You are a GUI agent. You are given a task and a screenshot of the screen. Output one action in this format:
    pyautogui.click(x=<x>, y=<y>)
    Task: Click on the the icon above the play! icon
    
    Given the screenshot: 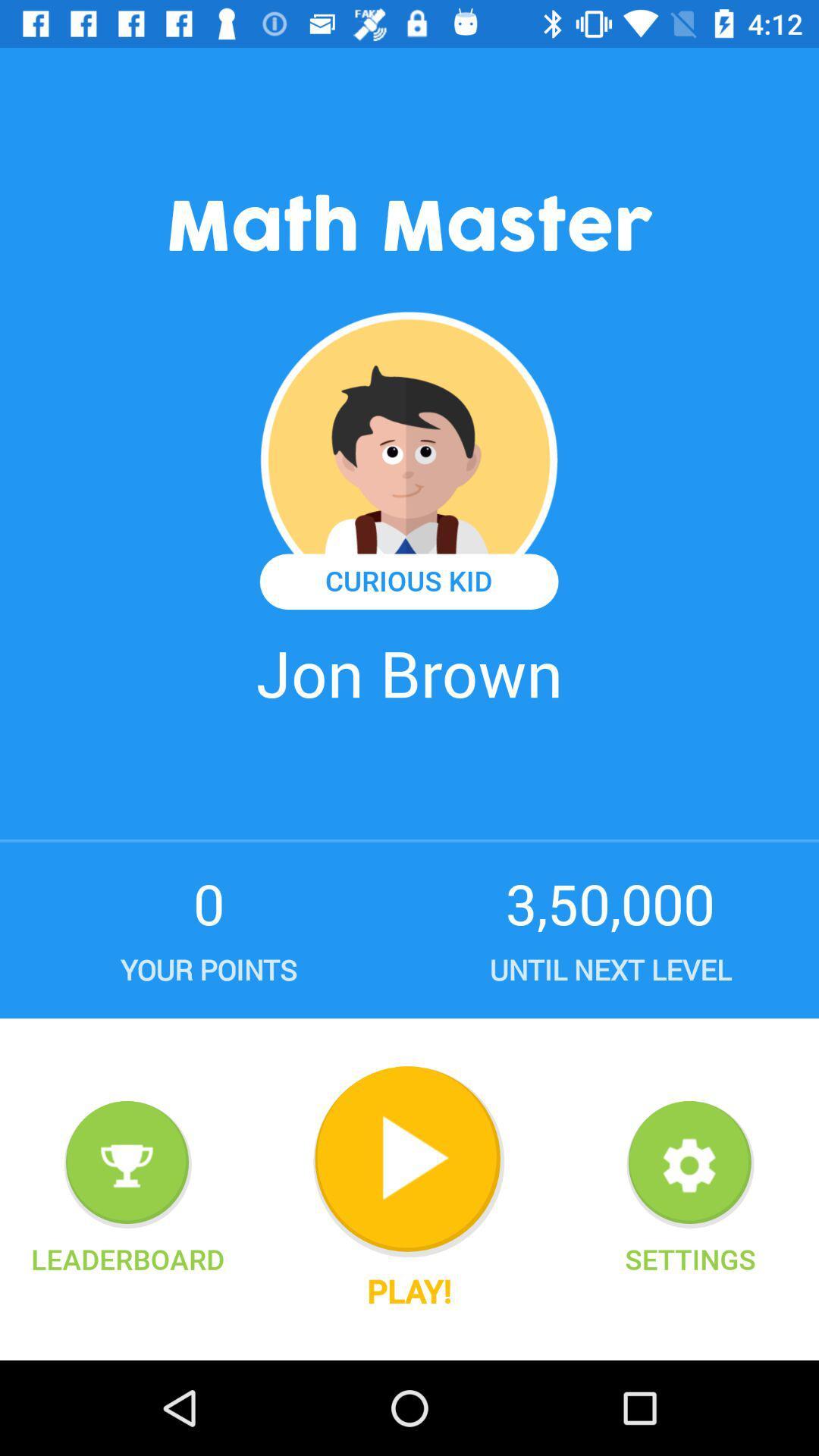 What is the action you would take?
    pyautogui.click(x=408, y=1161)
    